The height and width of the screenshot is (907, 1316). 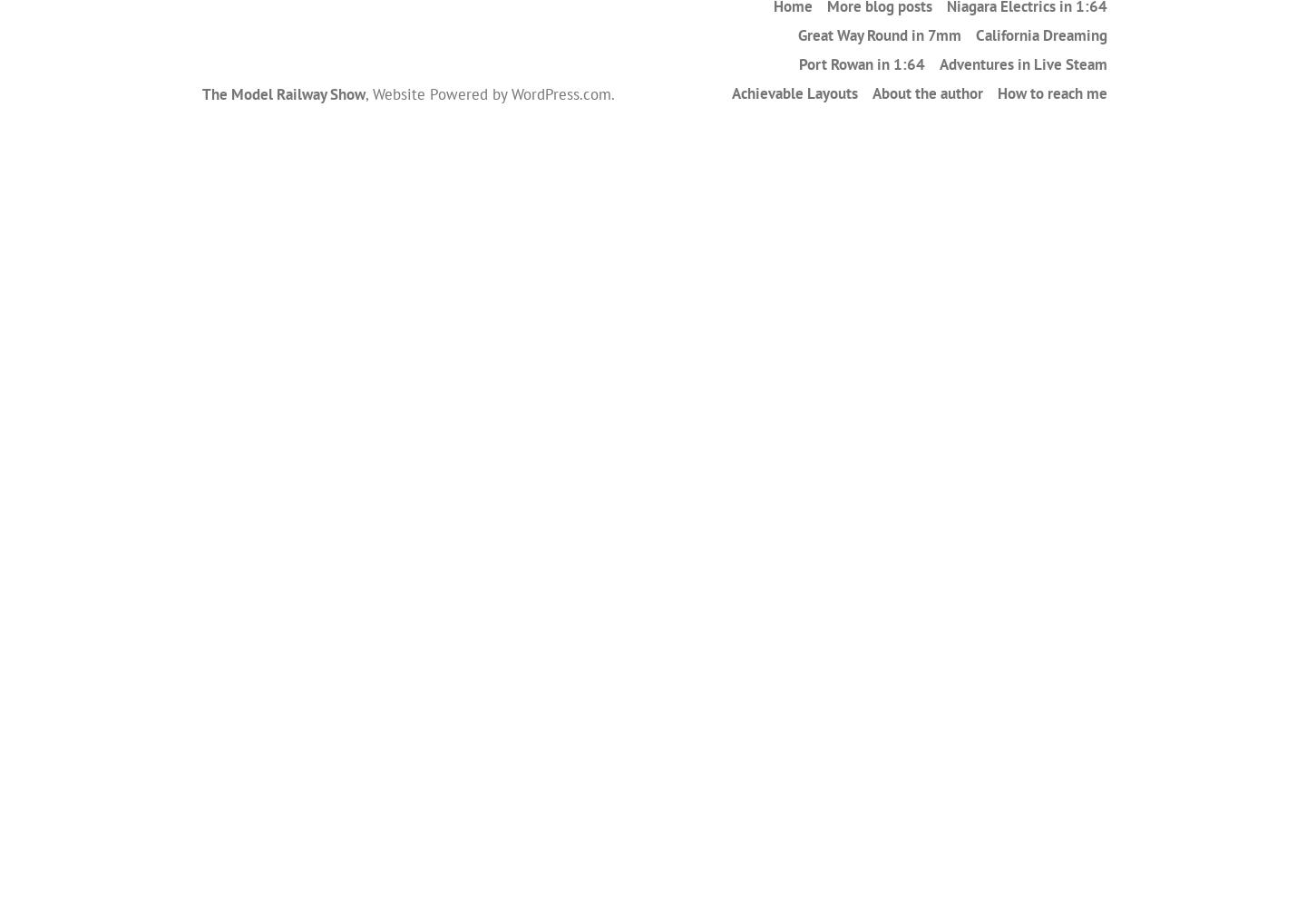 I want to click on 'Achievable Layouts', so click(x=730, y=92).